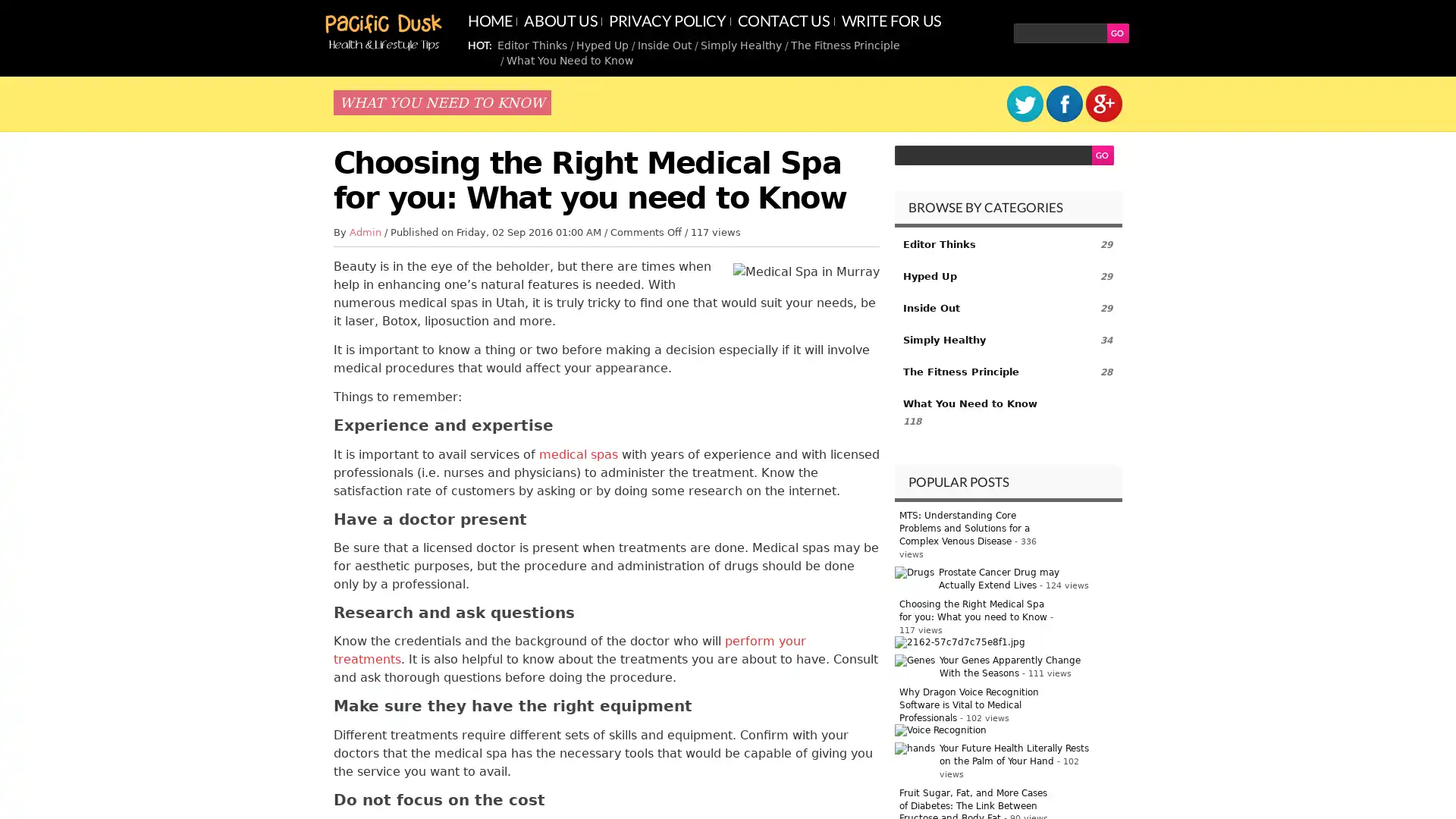 The height and width of the screenshot is (819, 1456). What do you see at coordinates (1103, 155) in the screenshot?
I see `GO` at bounding box center [1103, 155].